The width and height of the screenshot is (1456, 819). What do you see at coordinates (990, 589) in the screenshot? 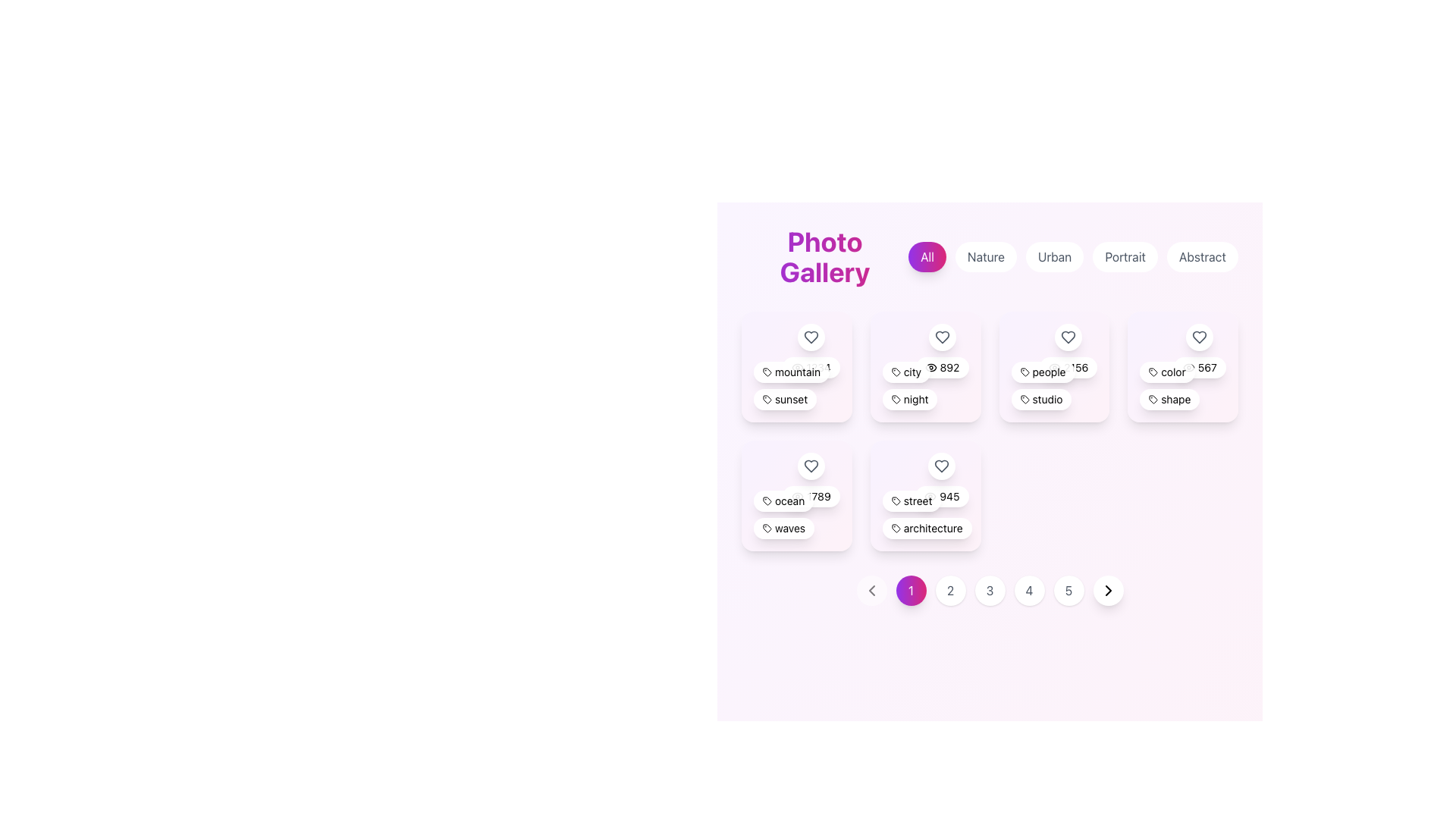
I see `the third circular button` at bounding box center [990, 589].